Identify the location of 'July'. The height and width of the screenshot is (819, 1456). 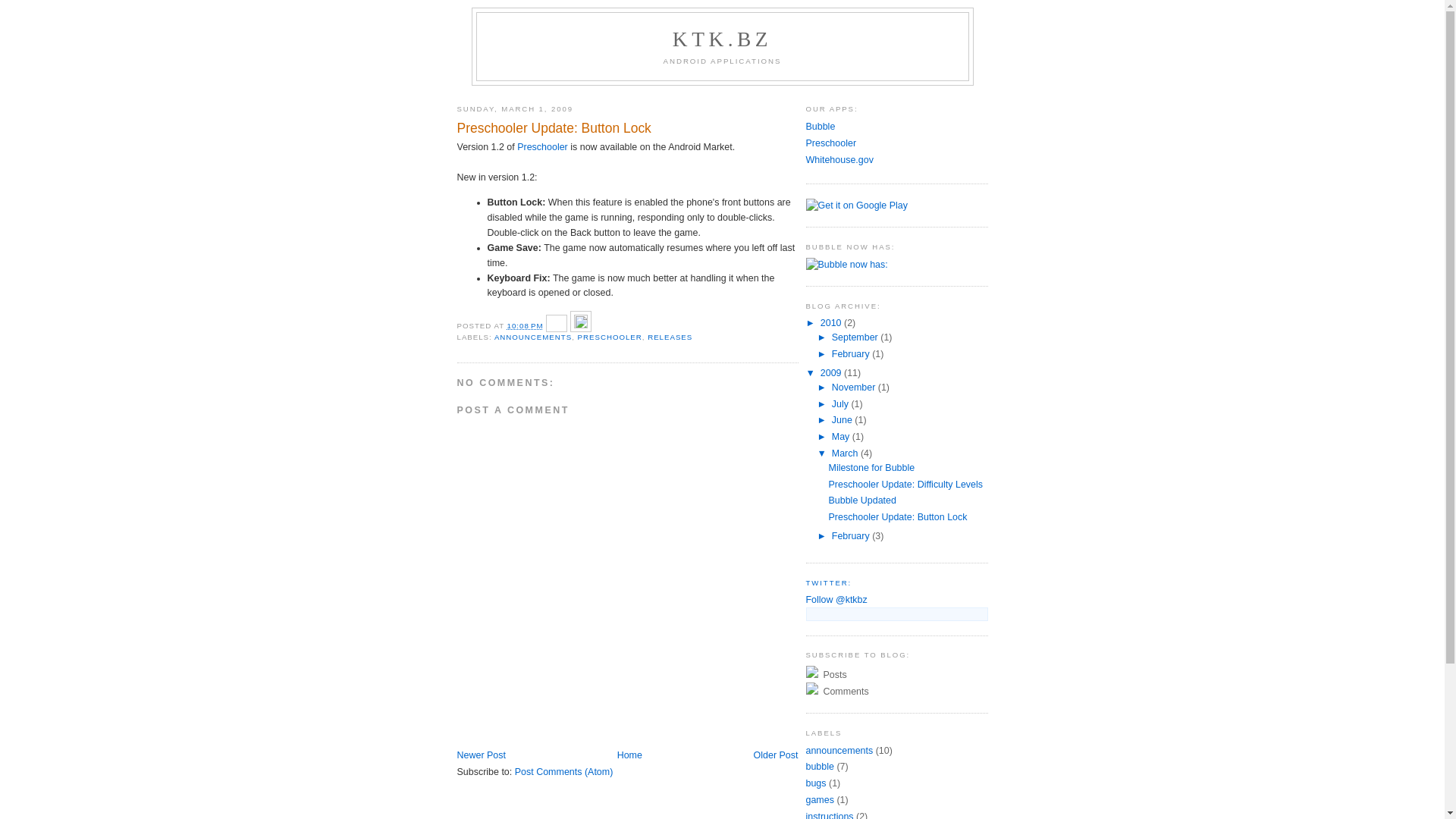
(840, 403).